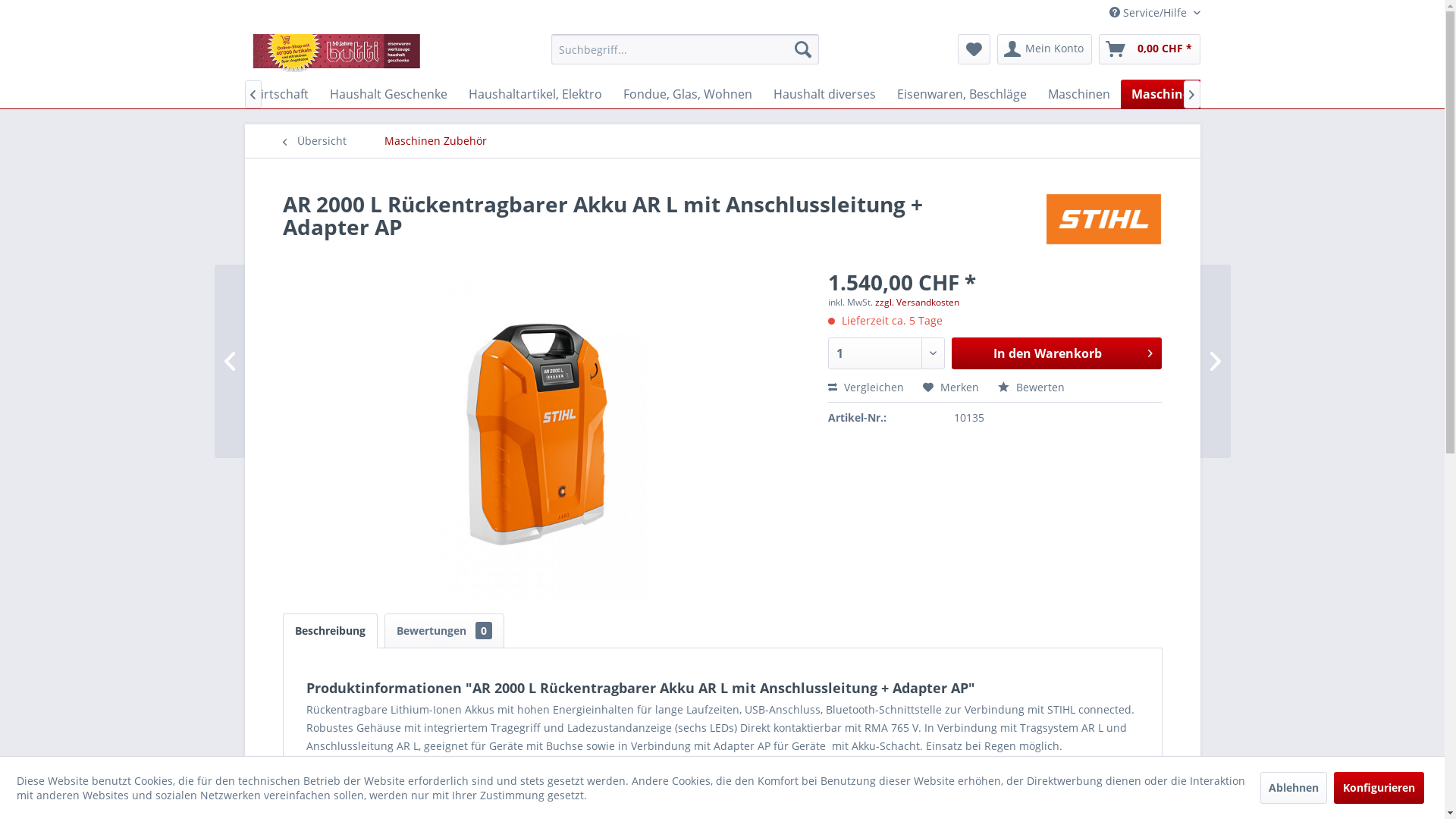  I want to click on 'Bewertungen 0', so click(443, 631).